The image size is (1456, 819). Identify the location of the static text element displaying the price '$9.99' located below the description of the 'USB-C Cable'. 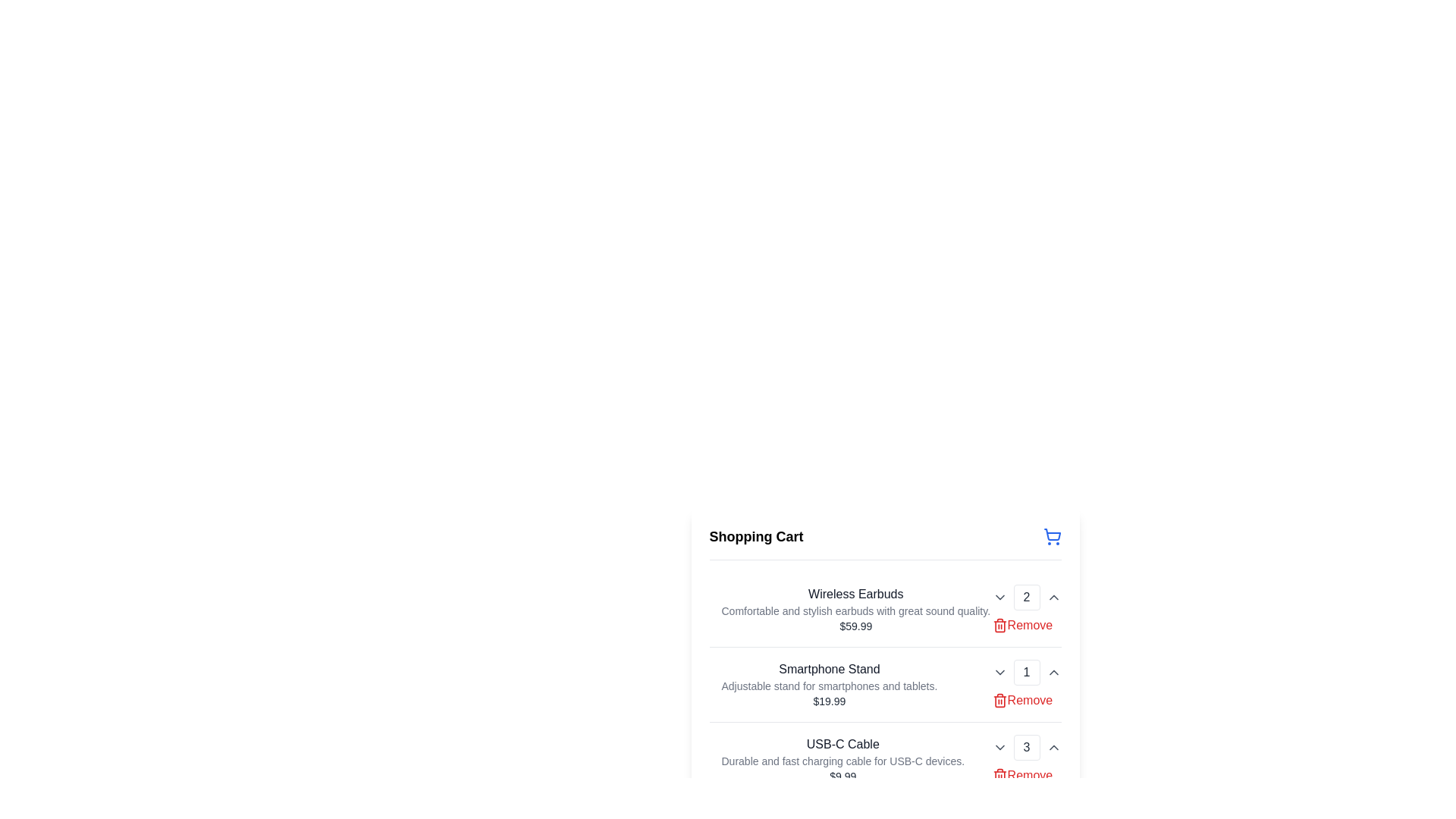
(842, 776).